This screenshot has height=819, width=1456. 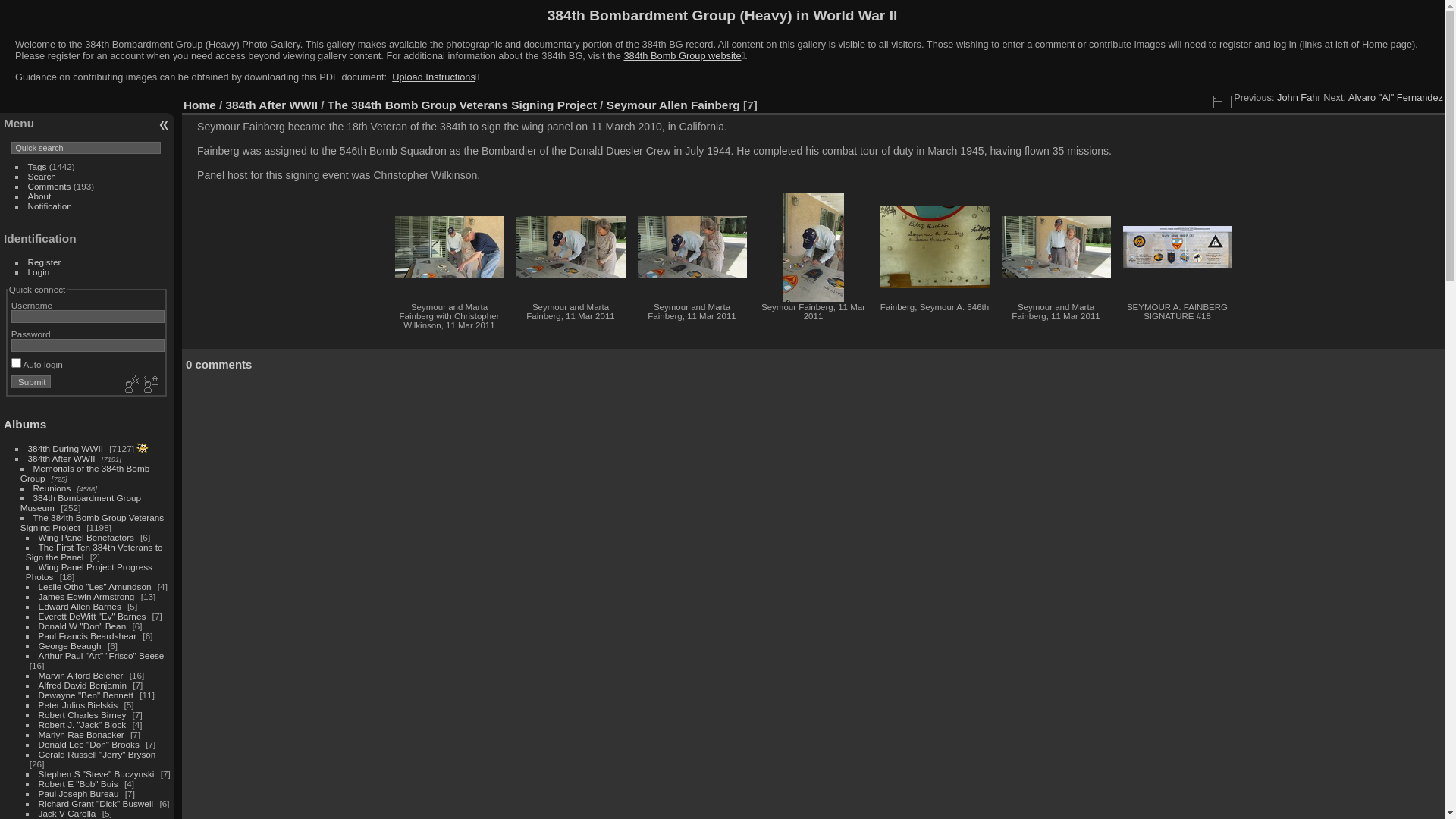 I want to click on 'photos posted during the last 7 days', so click(x=142, y=447).